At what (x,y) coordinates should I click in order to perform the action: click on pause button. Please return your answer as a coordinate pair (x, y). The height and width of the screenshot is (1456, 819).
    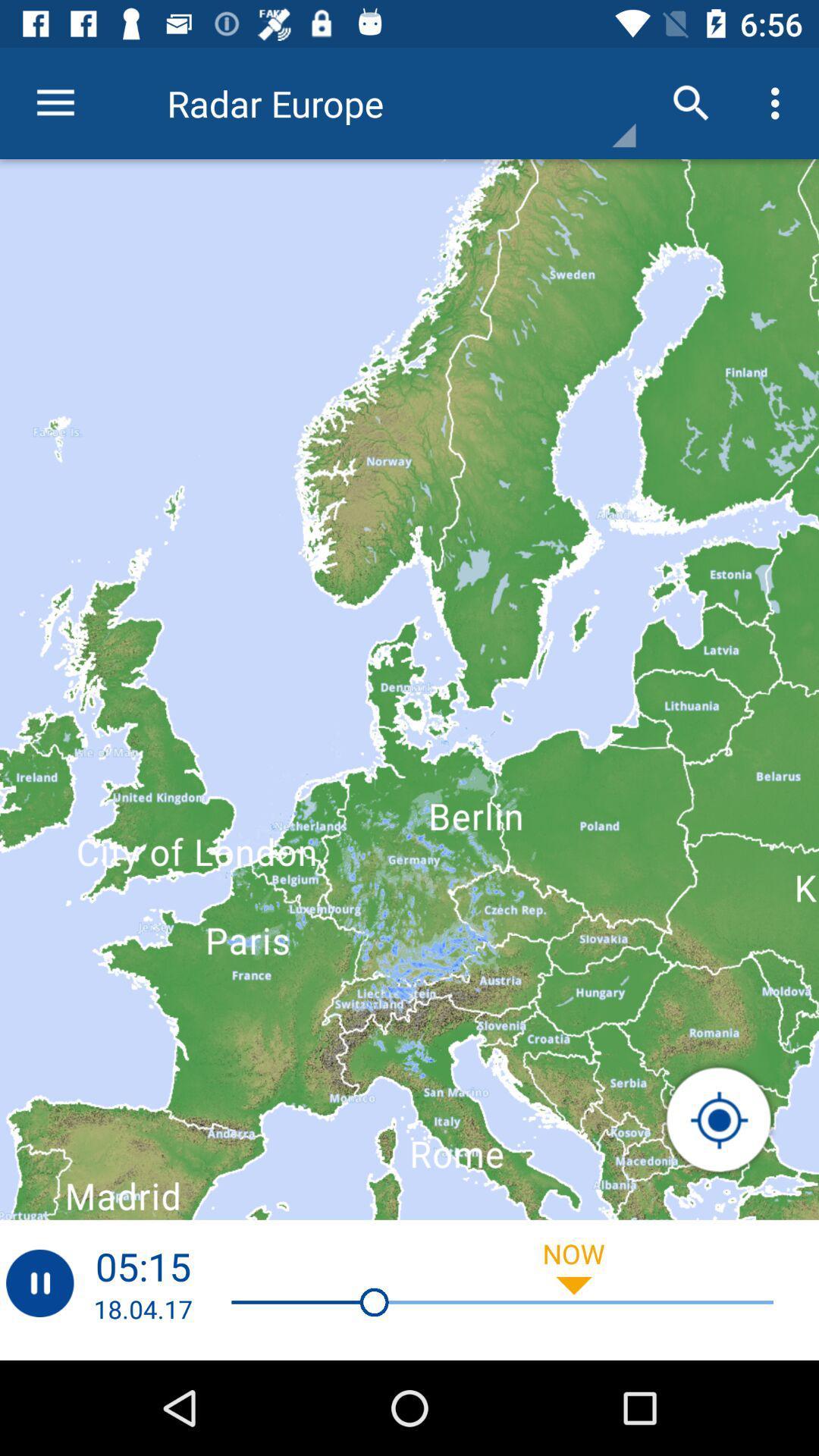
    Looking at the image, I should click on (39, 1282).